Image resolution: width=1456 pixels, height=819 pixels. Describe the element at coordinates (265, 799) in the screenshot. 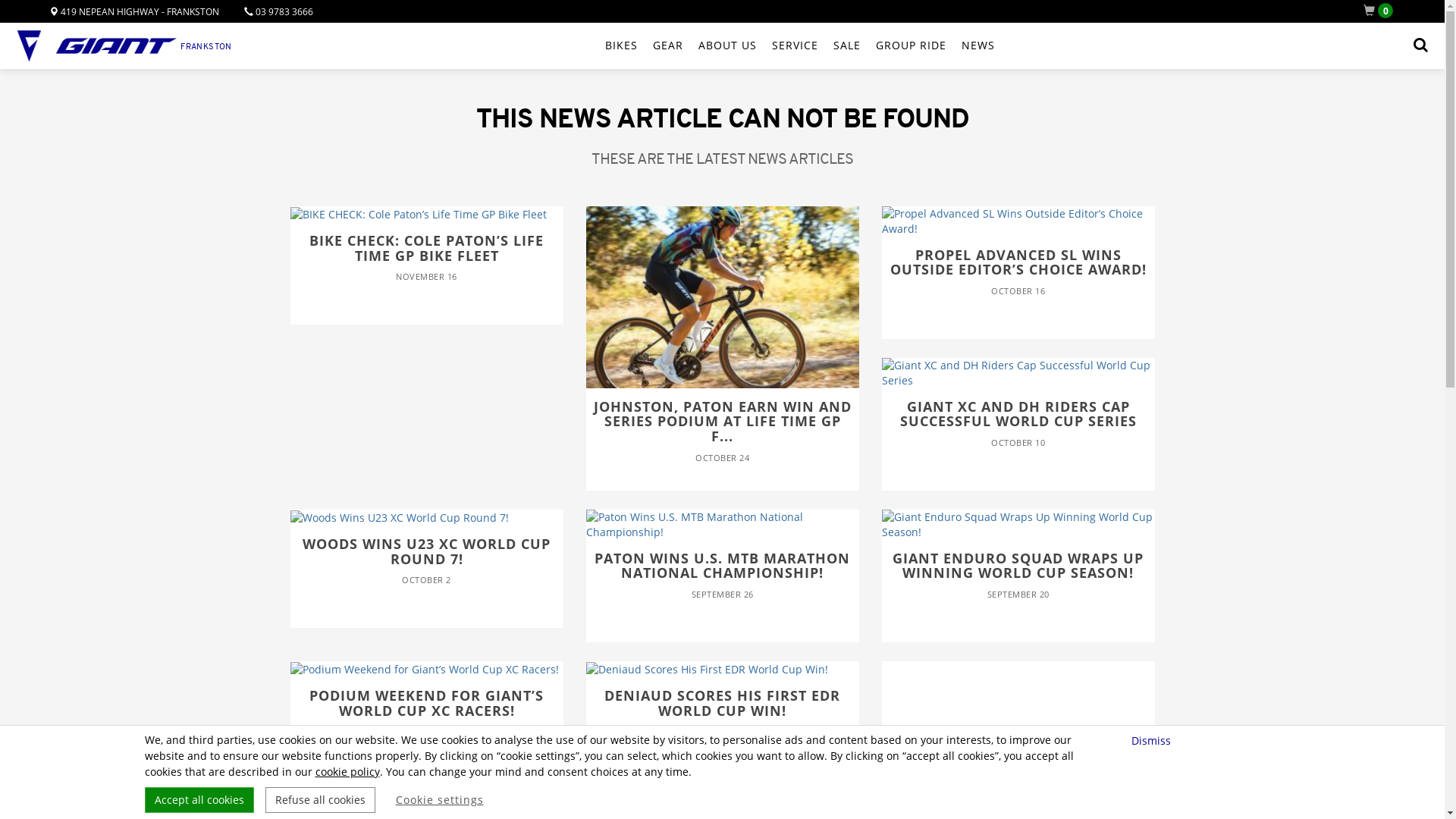

I see `'Refuse all cookies'` at that location.